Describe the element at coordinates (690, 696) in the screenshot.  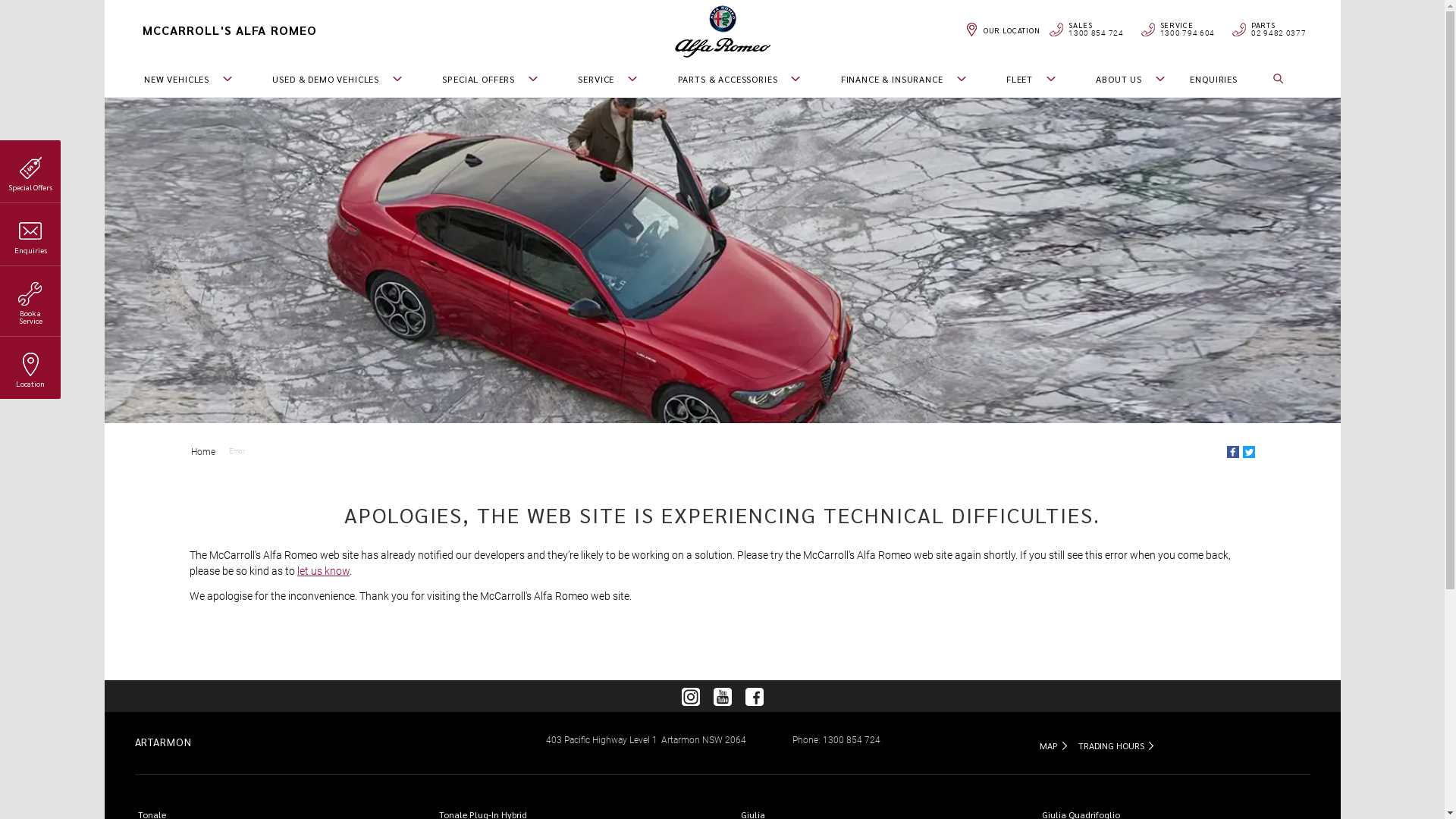
I see `'Follow Us on Instagram'` at that location.